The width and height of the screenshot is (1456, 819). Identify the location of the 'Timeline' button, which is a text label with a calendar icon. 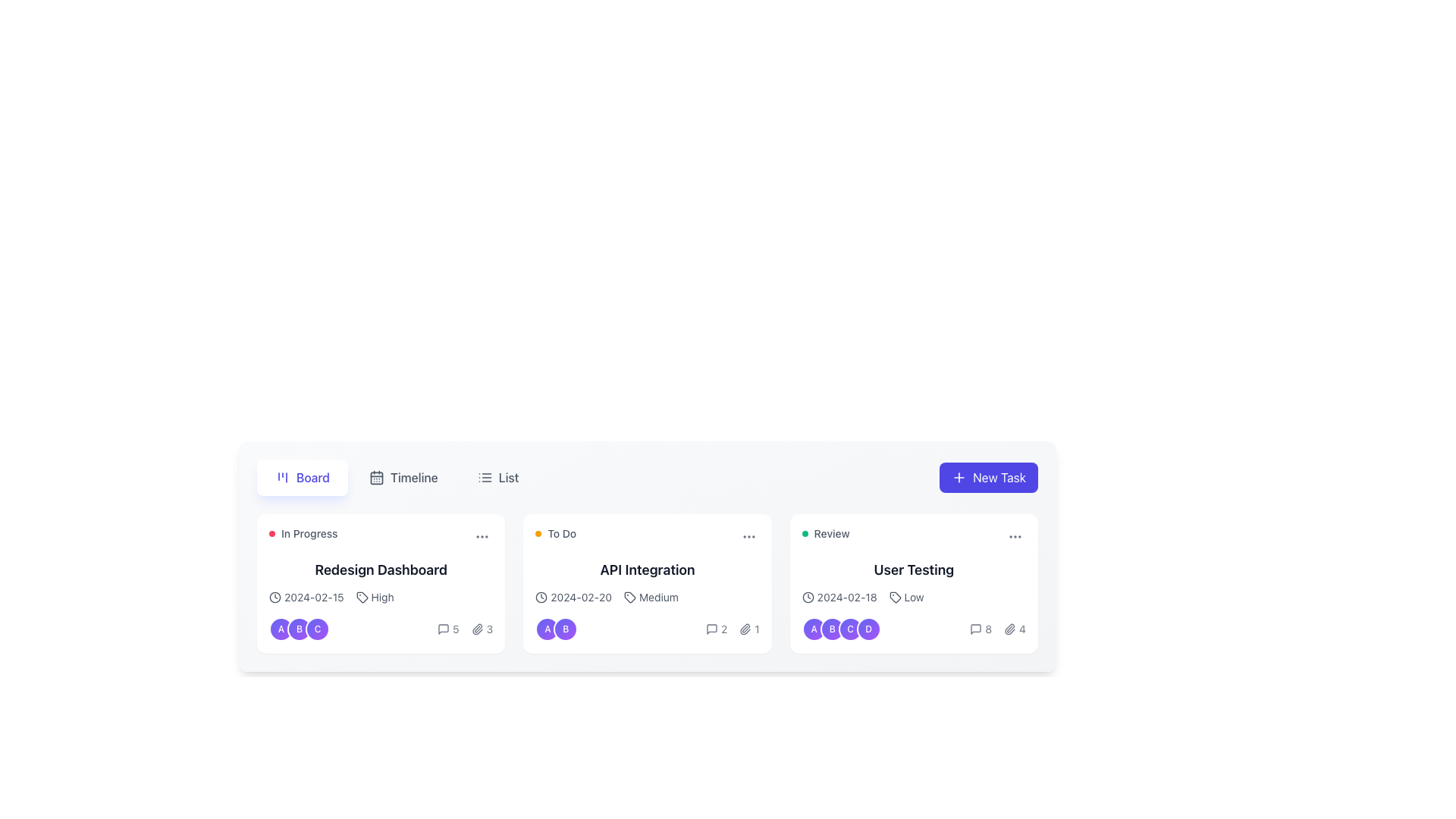
(403, 476).